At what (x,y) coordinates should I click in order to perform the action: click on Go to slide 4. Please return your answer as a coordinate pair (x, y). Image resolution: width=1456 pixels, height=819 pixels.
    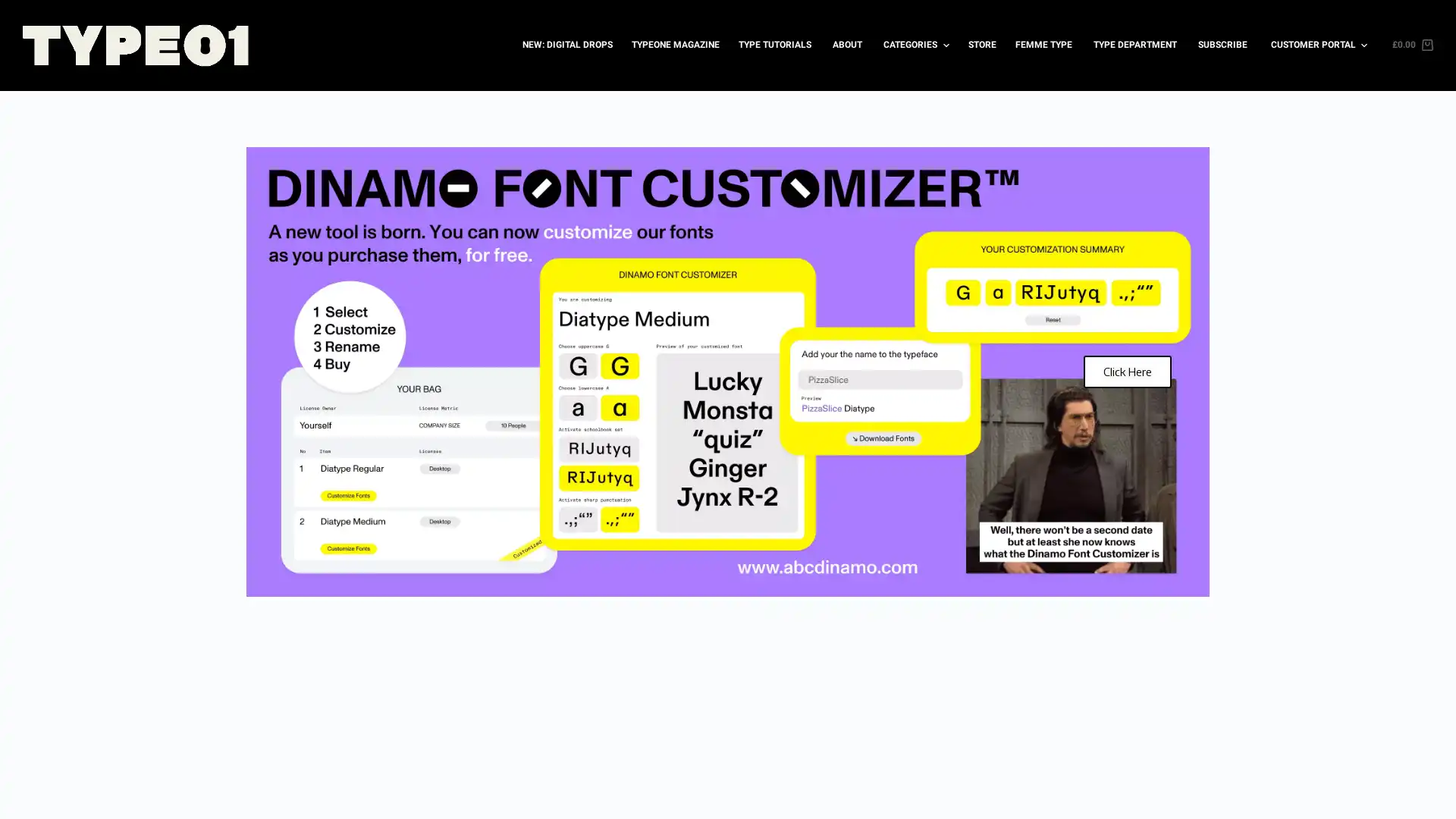
    Looking at the image, I should click on (748, 585).